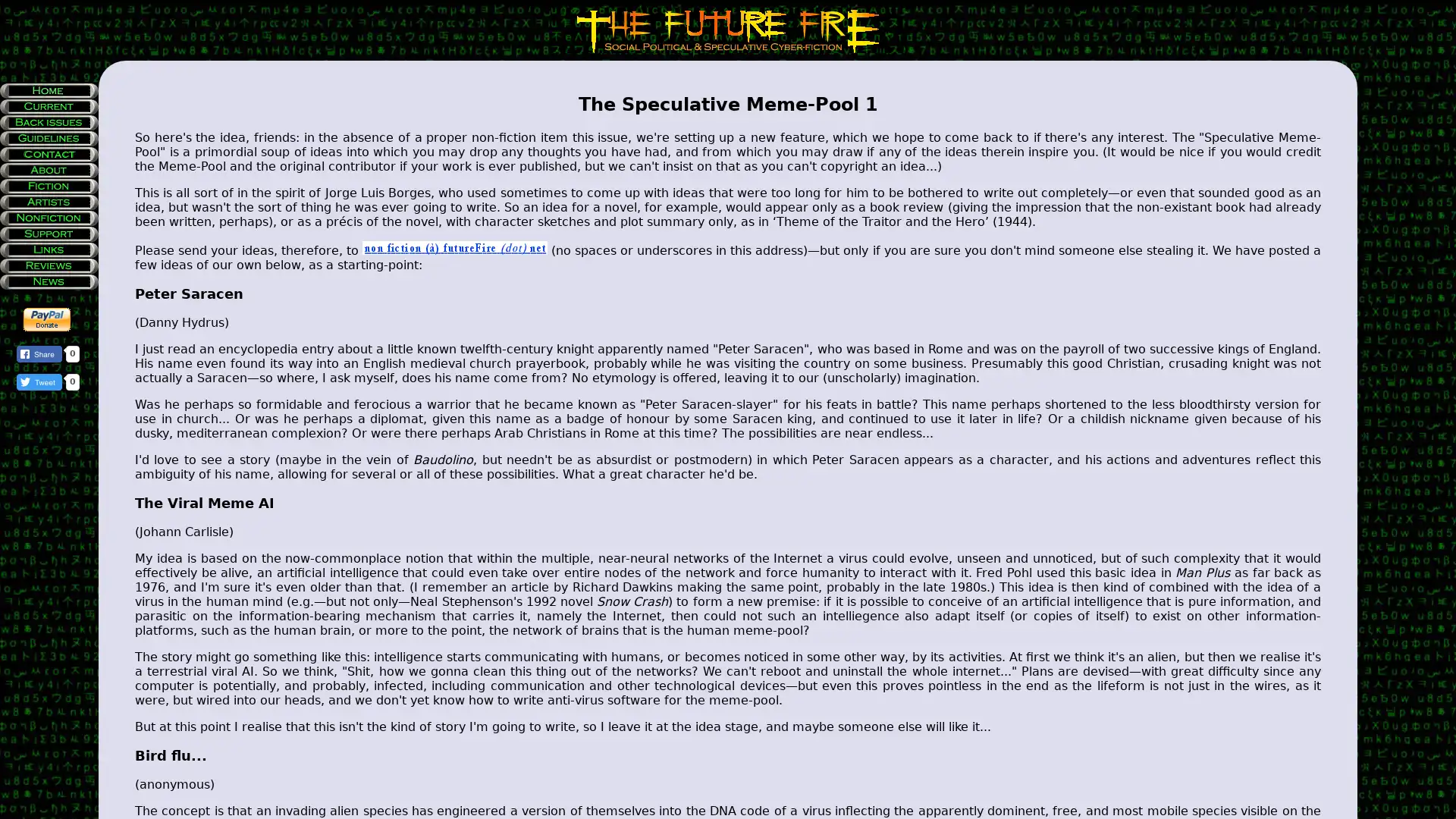  What do you see at coordinates (47, 318) in the screenshot?
I see `Make payments with PayPal - it's fast, free and secure!` at bounding box center [47, 318].